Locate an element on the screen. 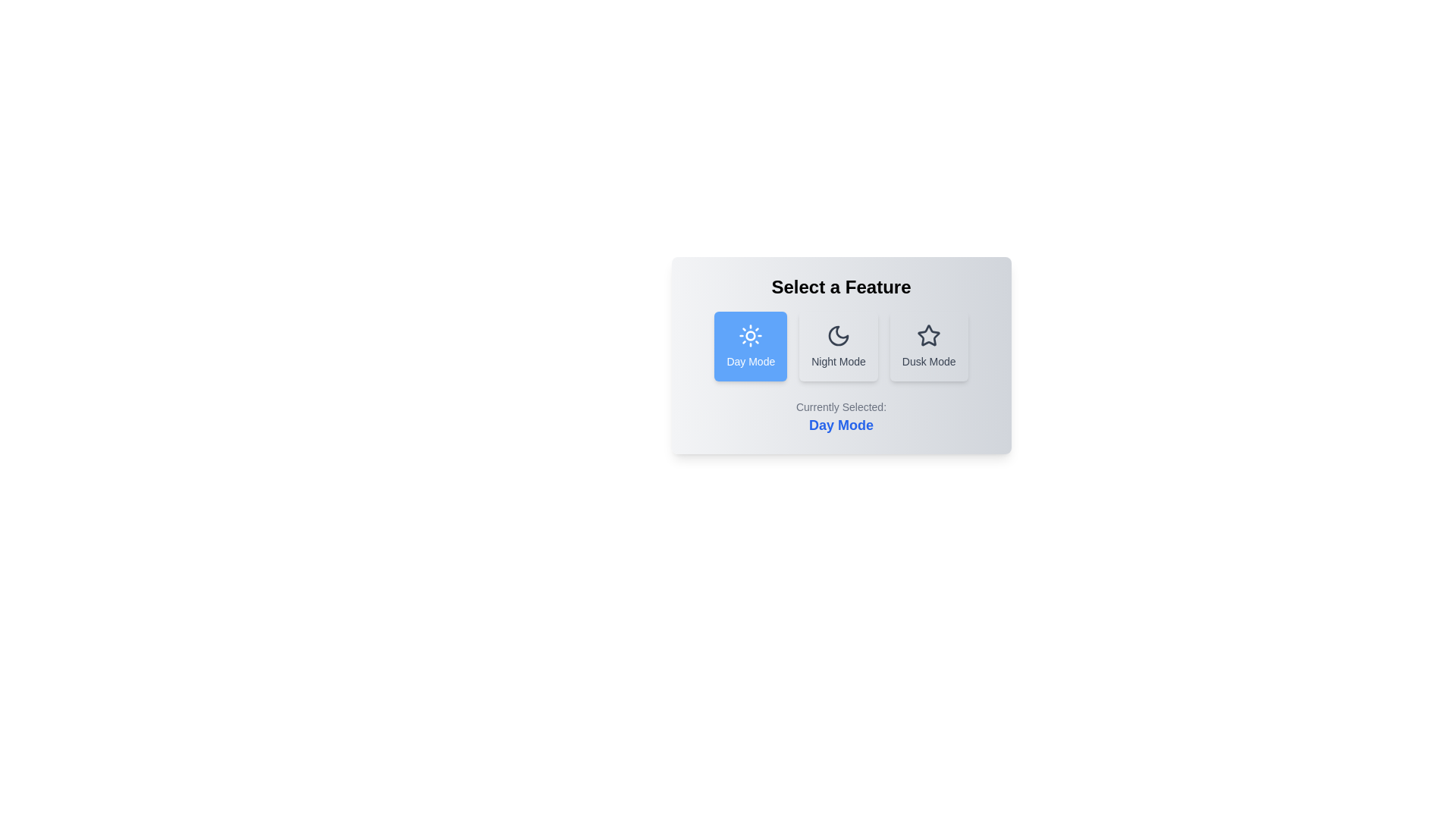 This screenshot has width=1456, height=819. the feature corresponding to Dusk Mode mode is located at coordinates (928, 346).